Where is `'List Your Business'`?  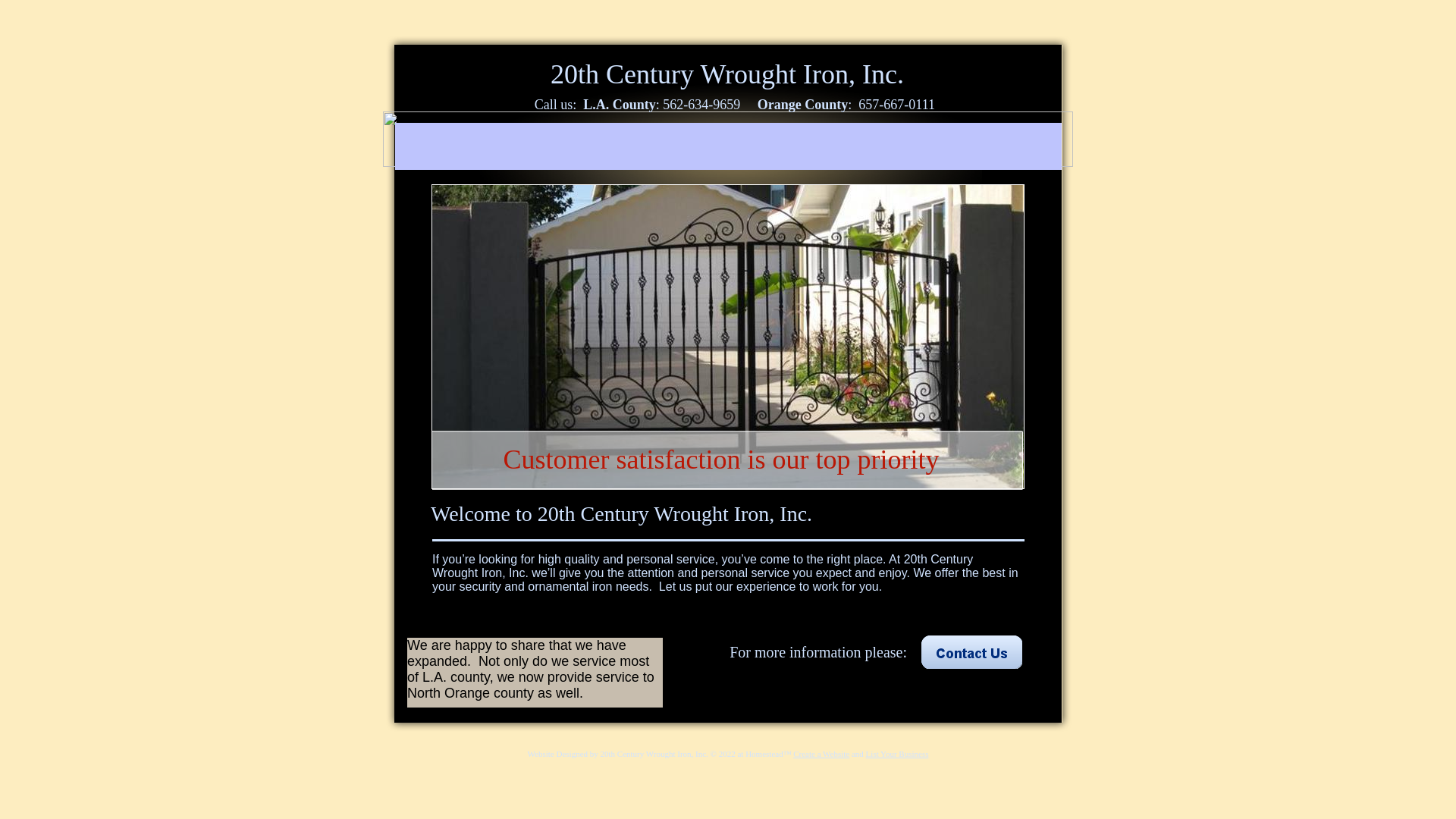 'List Your Business' is located at coordinates (897, 754).